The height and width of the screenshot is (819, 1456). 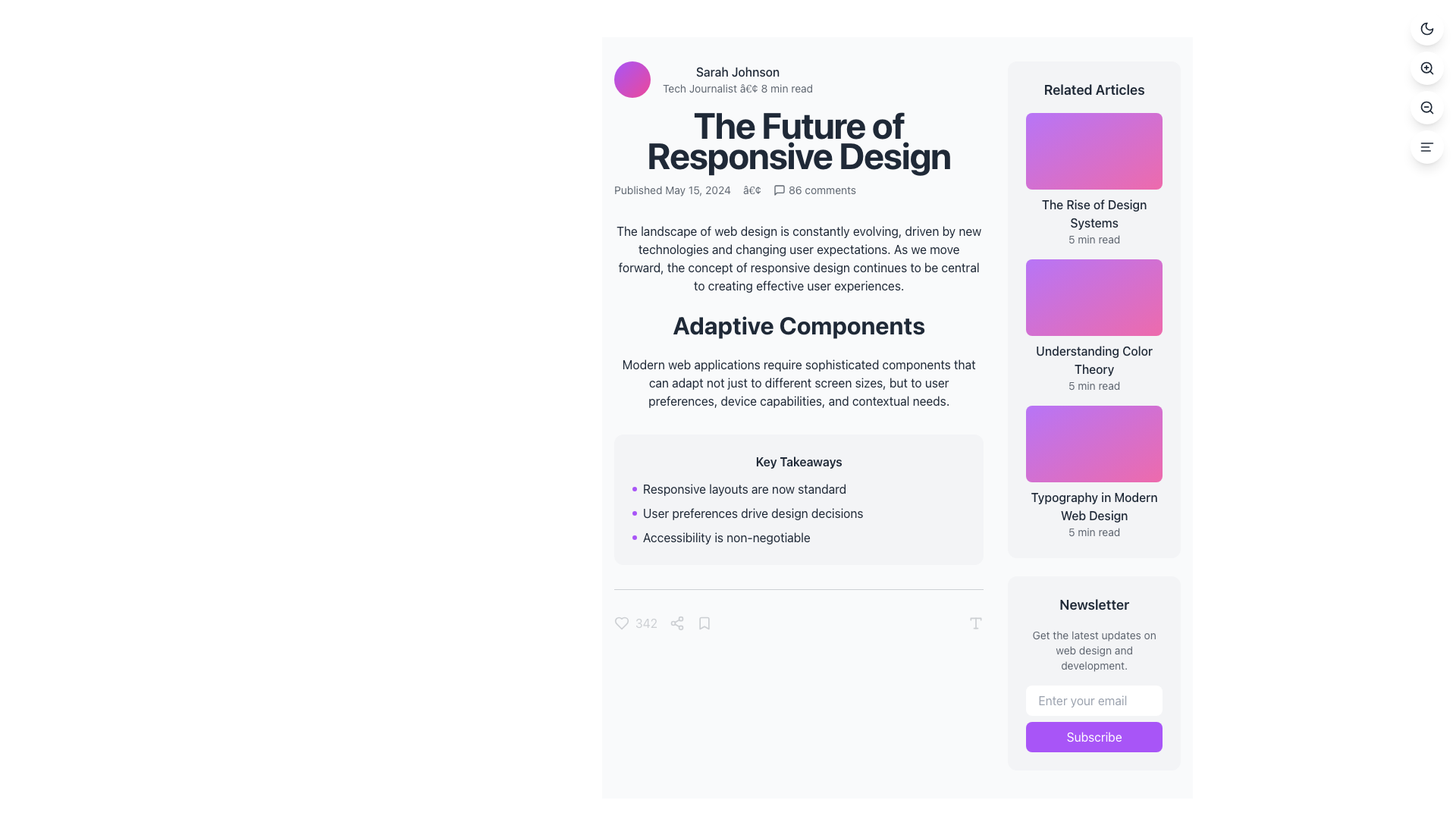 I want to click on the '5 min read' text label, which is located below the title 'Typography in Modern Web Design' and is the last item in the 'Related Articles' column, so click(x=1094, y=532).